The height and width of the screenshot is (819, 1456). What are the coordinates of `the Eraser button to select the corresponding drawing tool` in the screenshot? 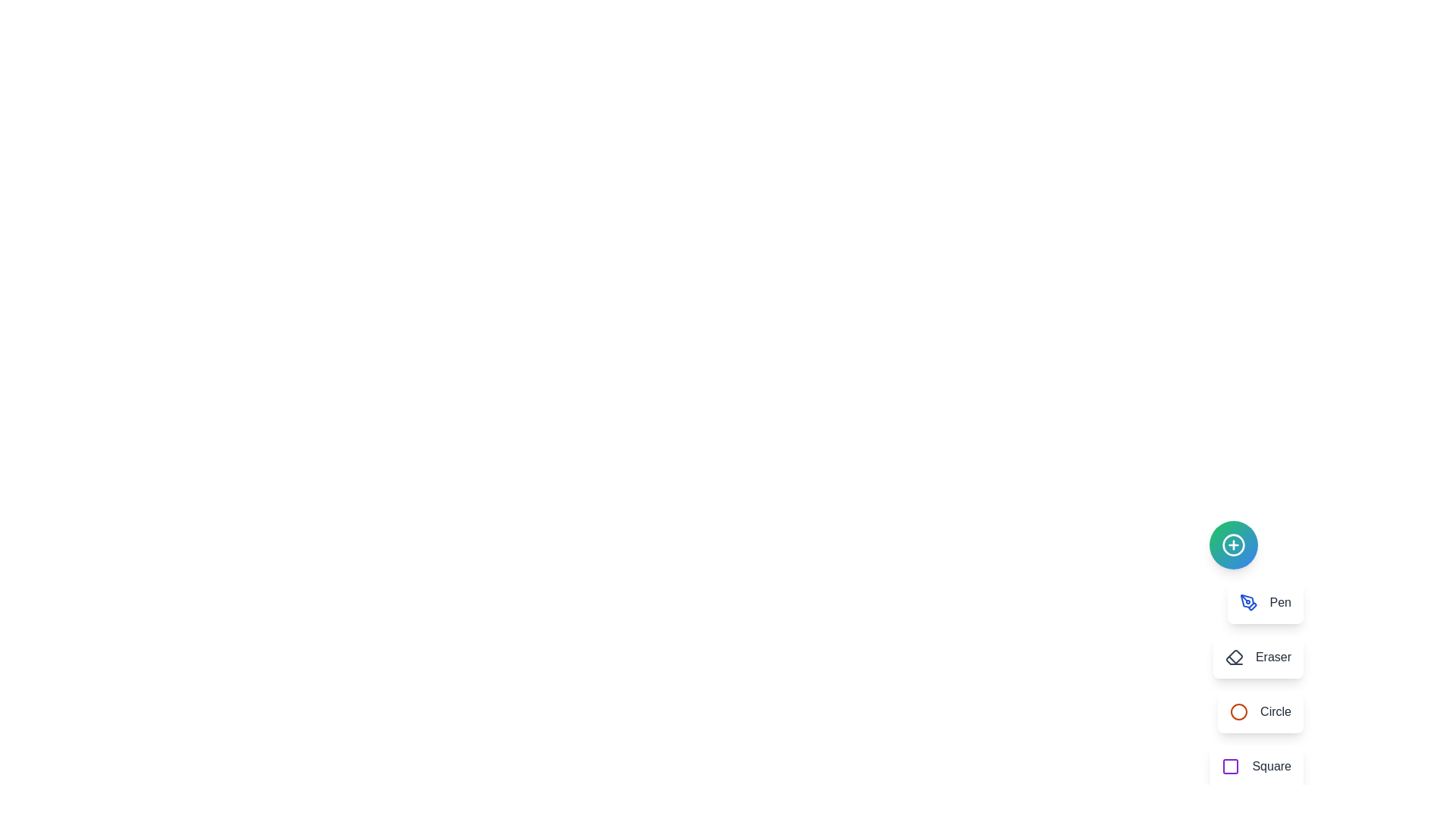 It's located at (1258, 657).